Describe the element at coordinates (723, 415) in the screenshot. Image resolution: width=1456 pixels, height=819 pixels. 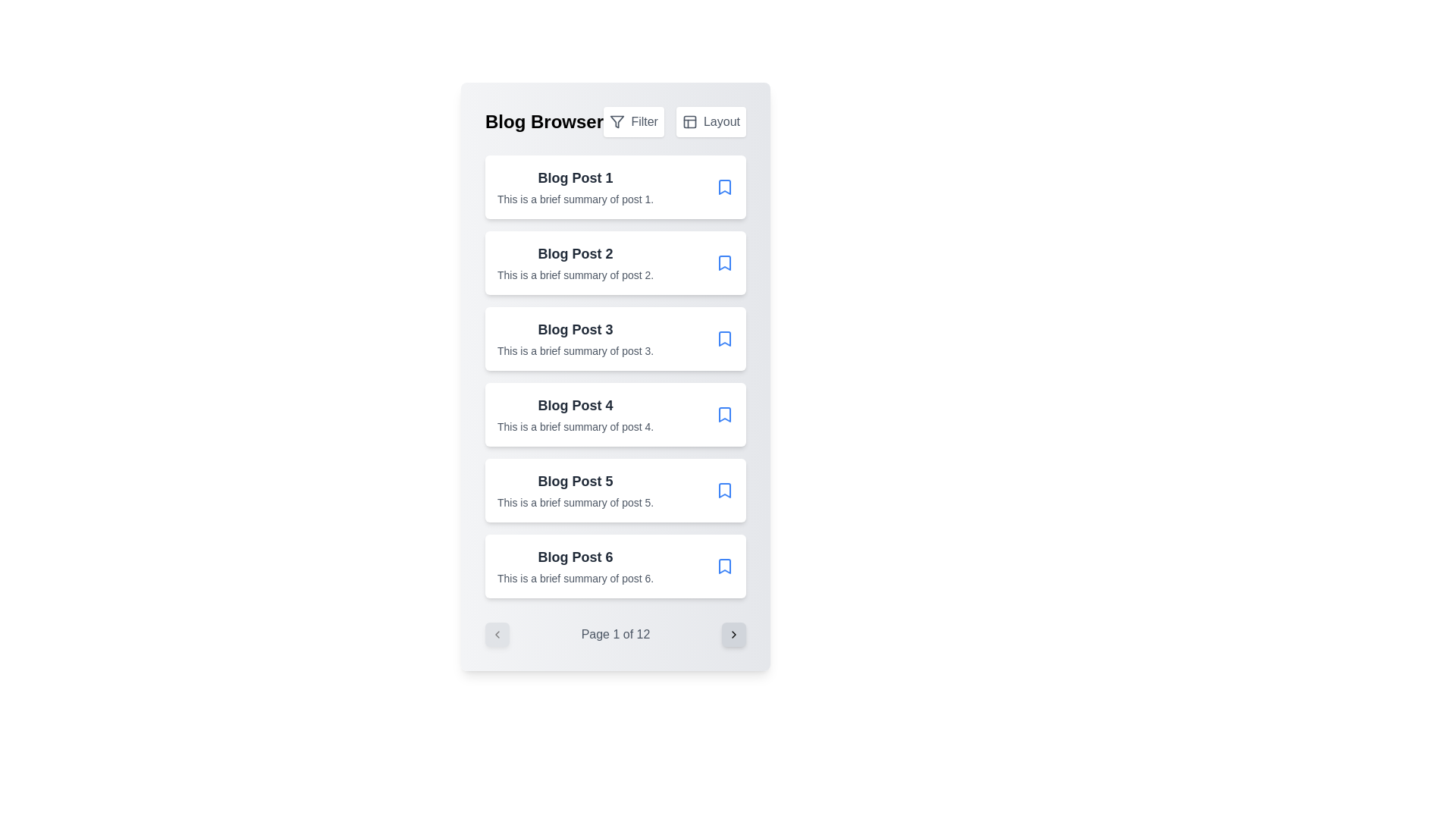
I see `the blue bookmark icon located at the top-right corner of the 'Blog Post 4' card` at that location.